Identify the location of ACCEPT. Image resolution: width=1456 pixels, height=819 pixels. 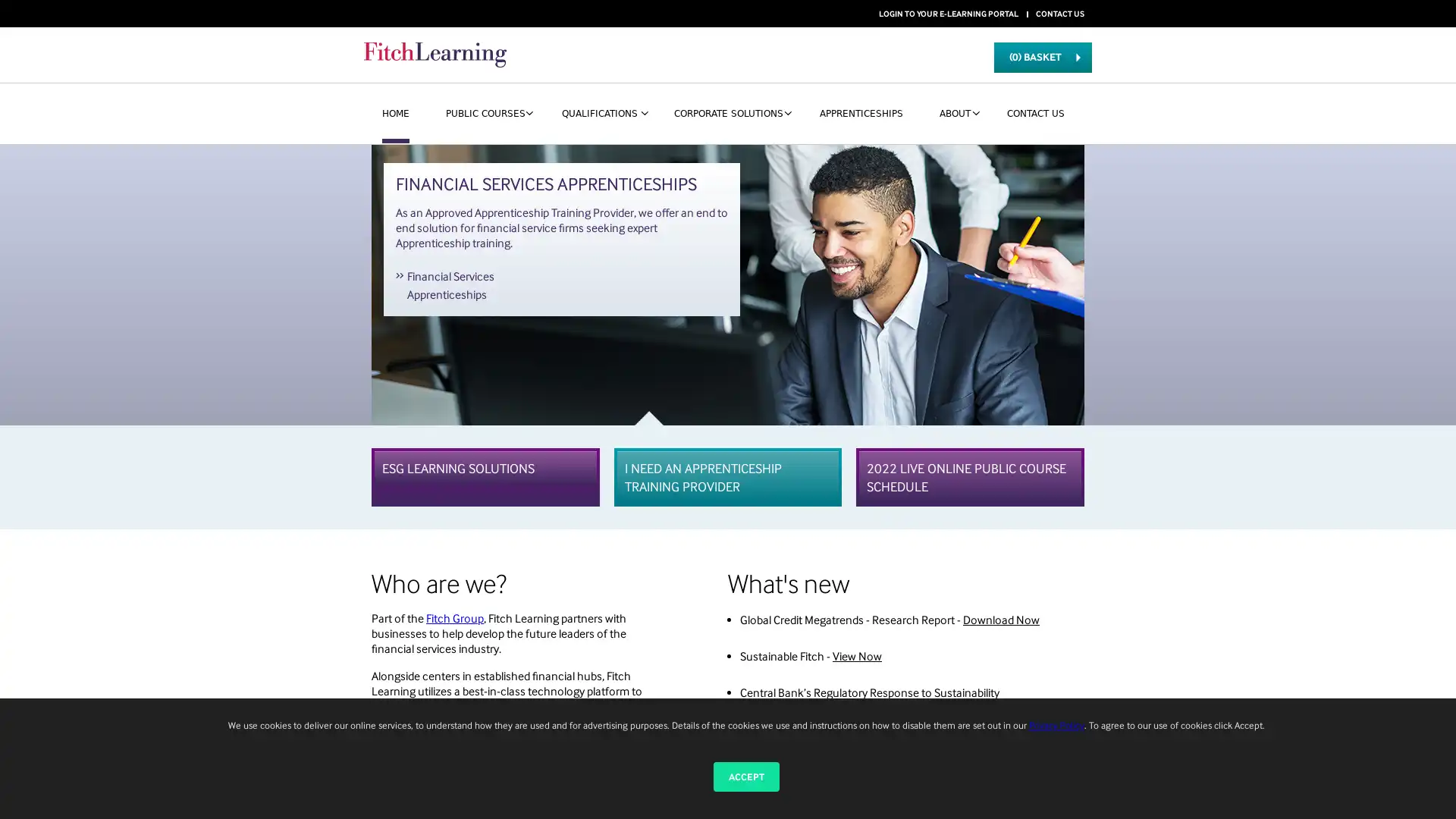
(745, 777).